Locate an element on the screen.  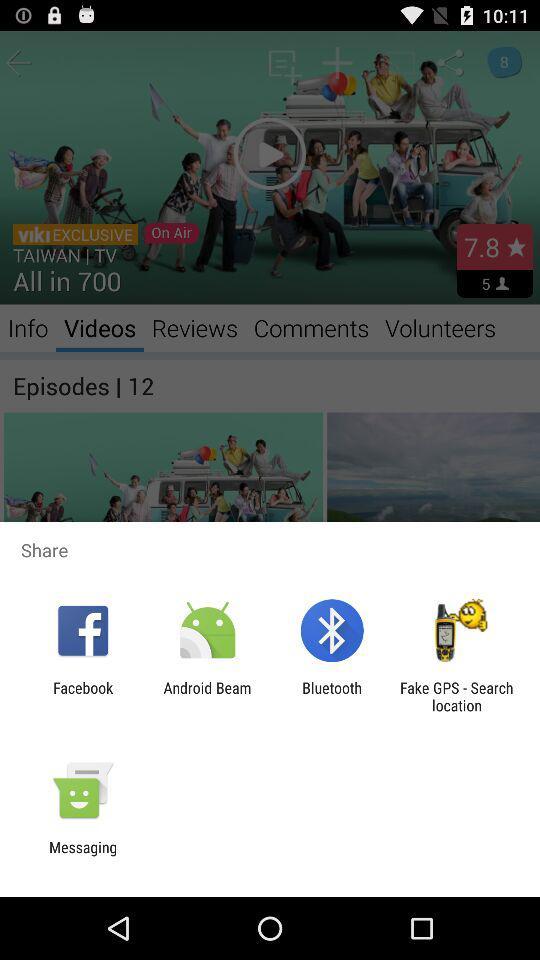
the item to the right of the facebook item is located at coordinates (206, 696).